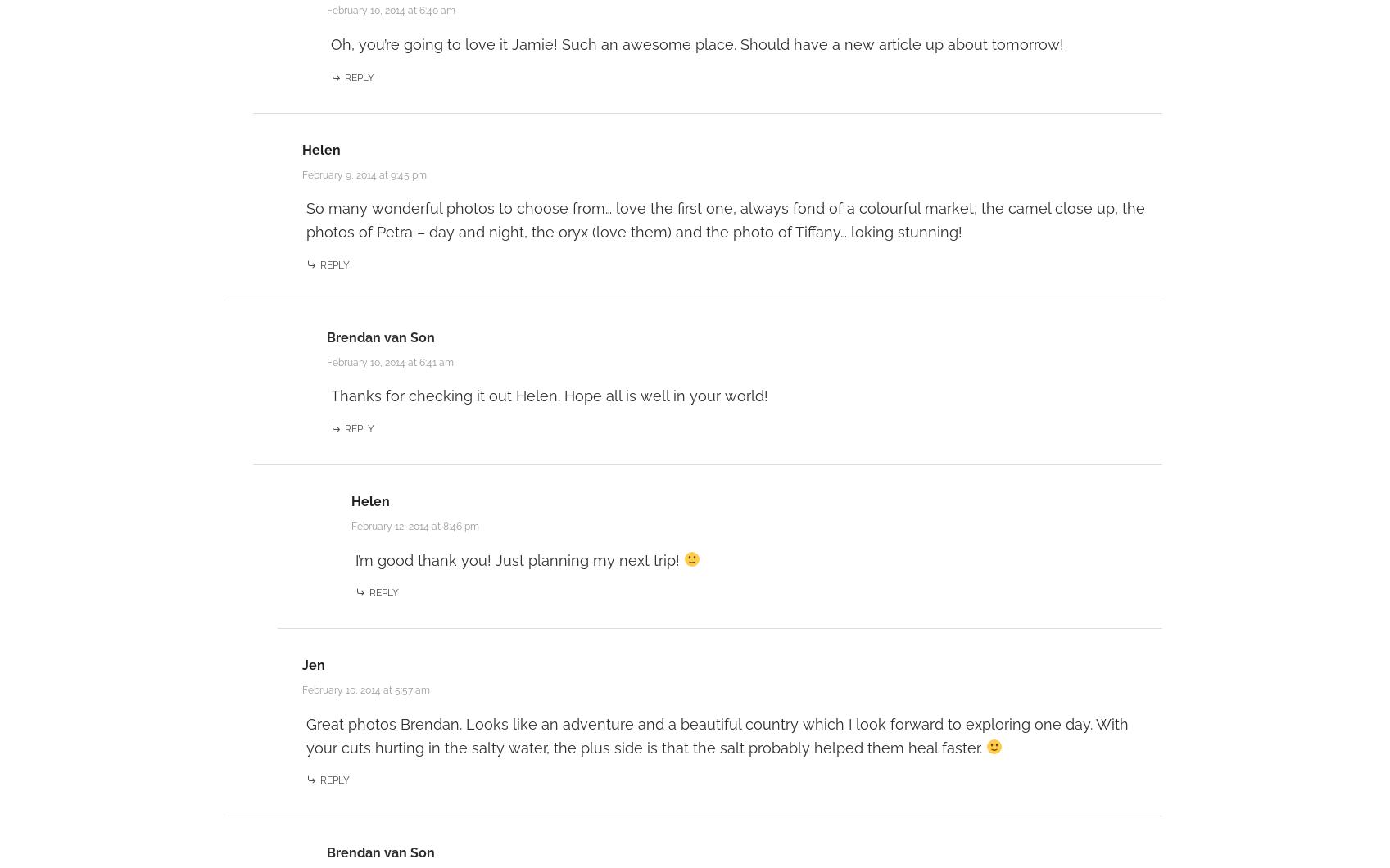 Image resolution: width=1390 pixels, height=868 pixels. What do you see at coordinates (362, 173) in the screenshot?
I see `'February 9, 2014 at 9:45 pm'` at bounding box center [362, 173].